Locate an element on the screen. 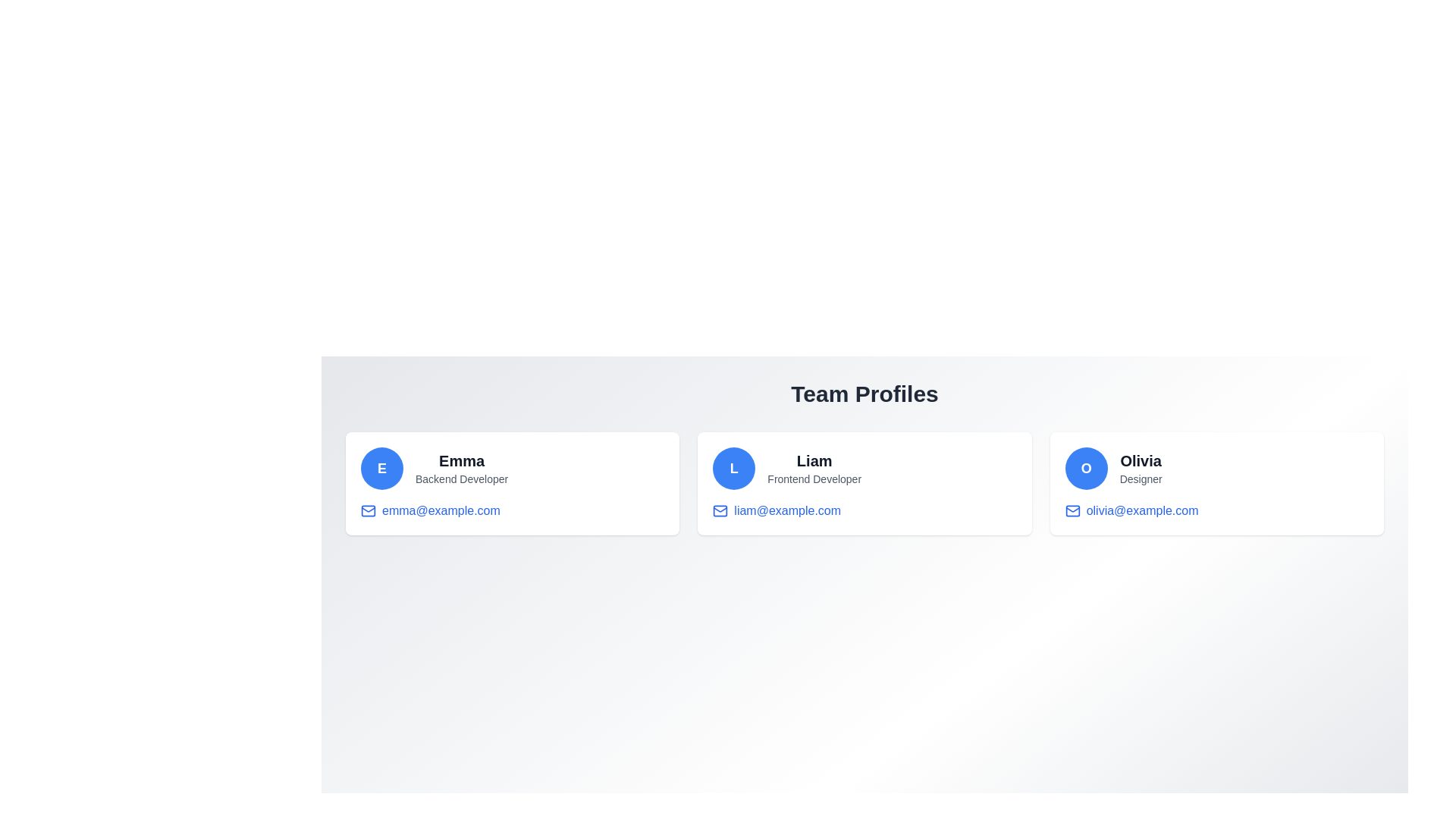  the 'Team Profiles' Text Header is located at coordinates (864, 394).